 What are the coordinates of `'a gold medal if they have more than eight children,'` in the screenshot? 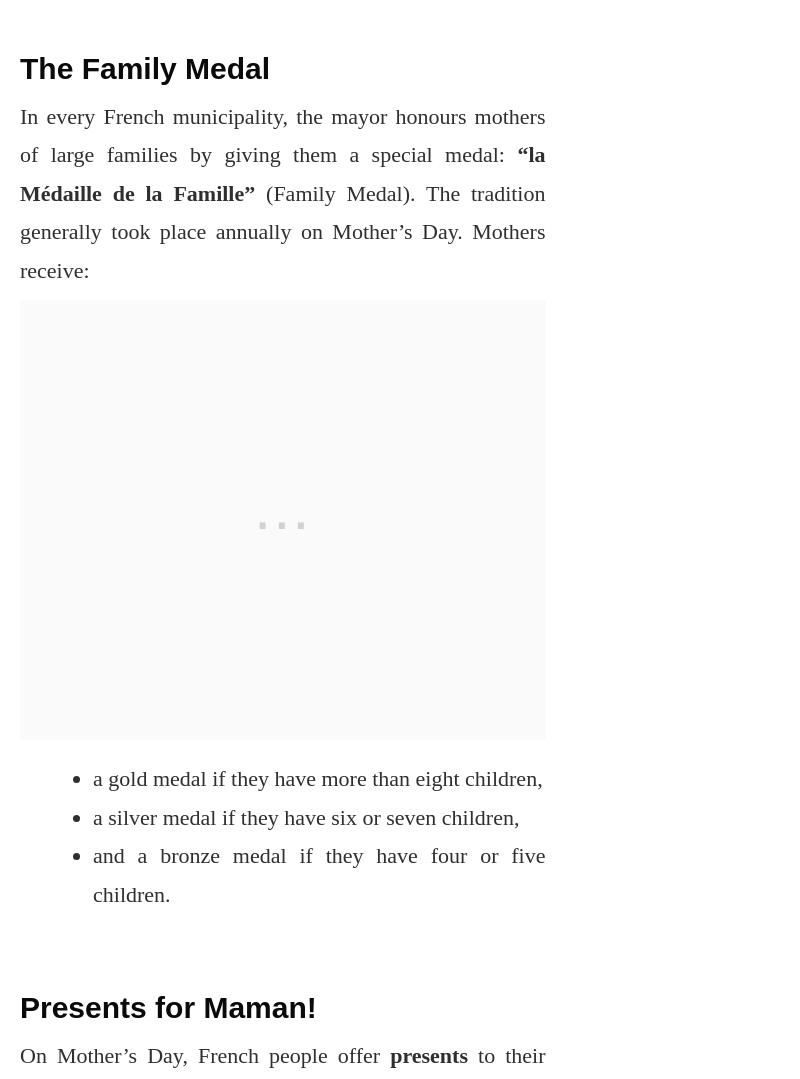 It's located at (316, 778).